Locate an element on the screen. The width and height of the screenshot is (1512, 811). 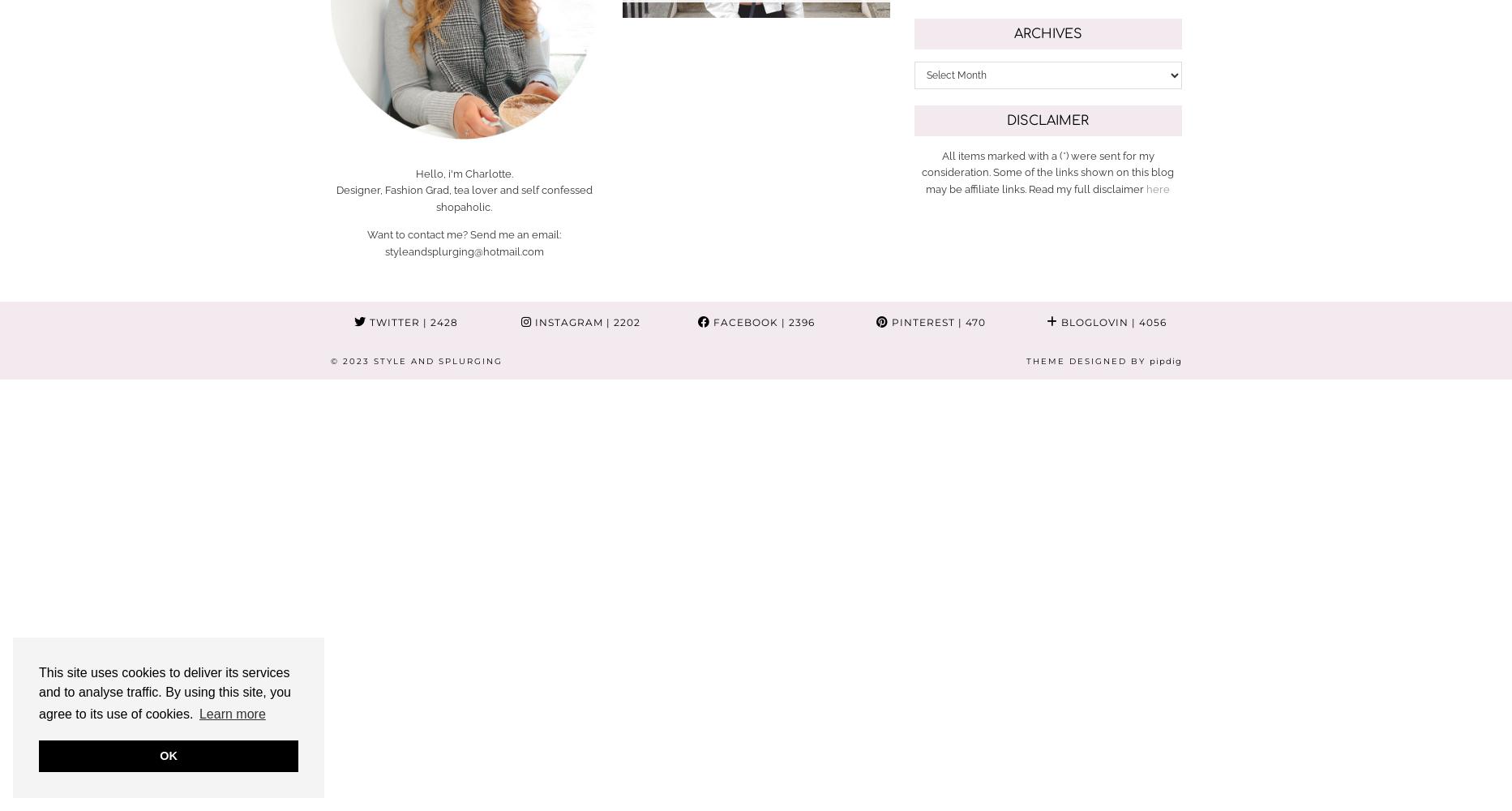
'Style and Splurging' is located at coordinates (437, 359).